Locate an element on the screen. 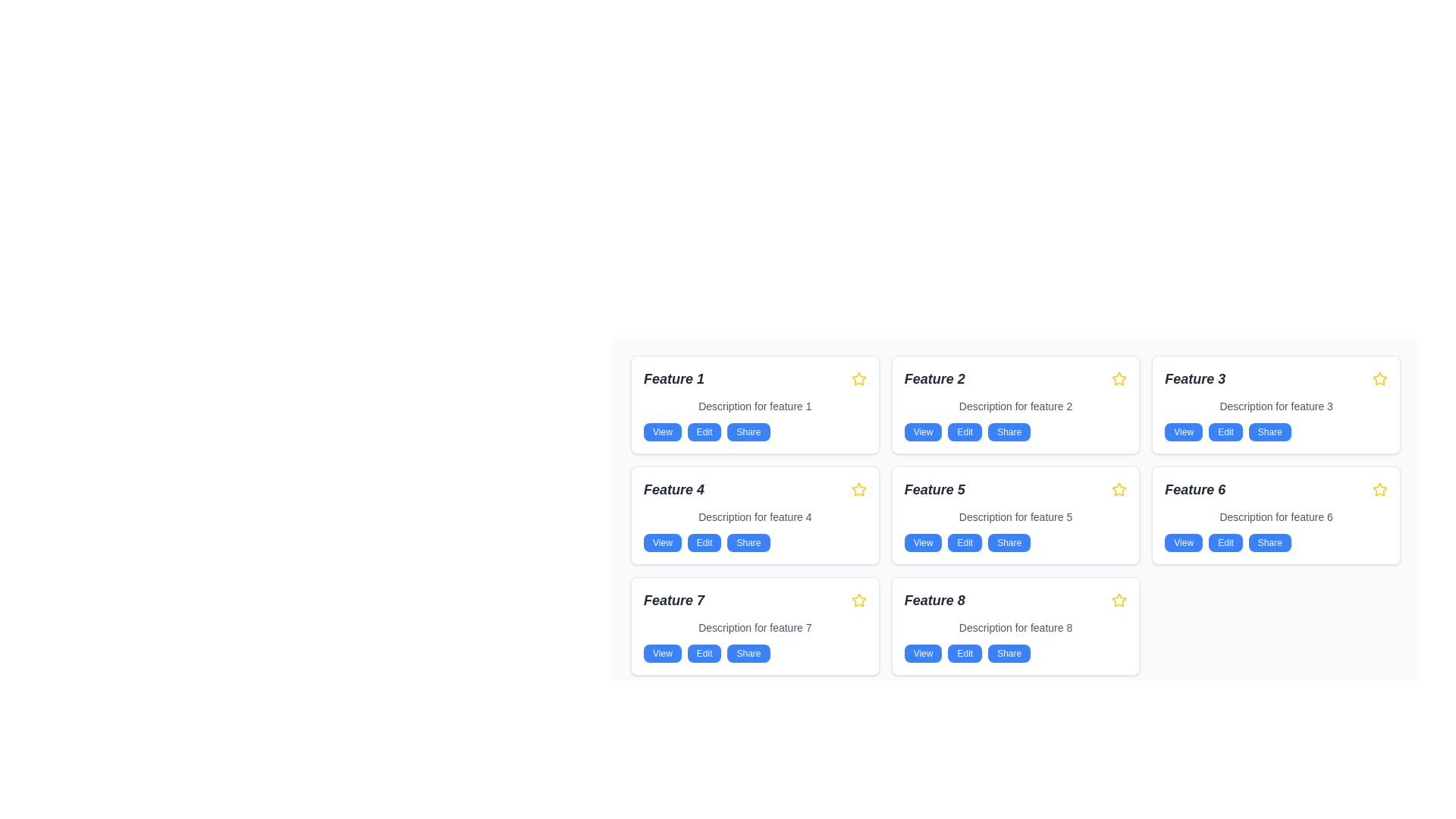  the blue 'View' button with rounded corners located in the 'Feature 3' card, which is the first of three horizontally aligned buttons is located at coordinates (1183, 432).